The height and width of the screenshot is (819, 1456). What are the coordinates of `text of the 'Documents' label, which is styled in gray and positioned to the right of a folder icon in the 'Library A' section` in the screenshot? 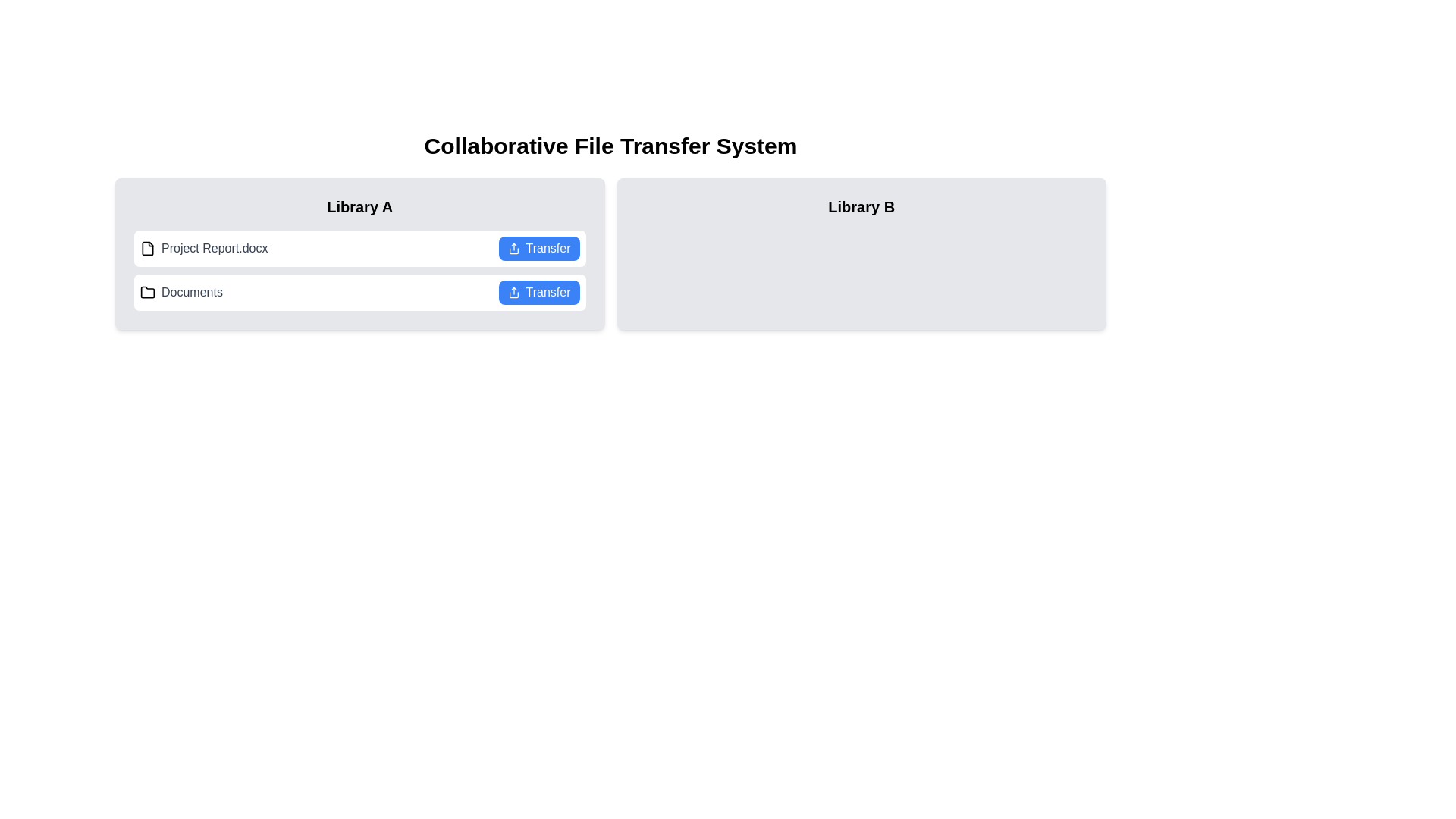 It's located at (191, 292).